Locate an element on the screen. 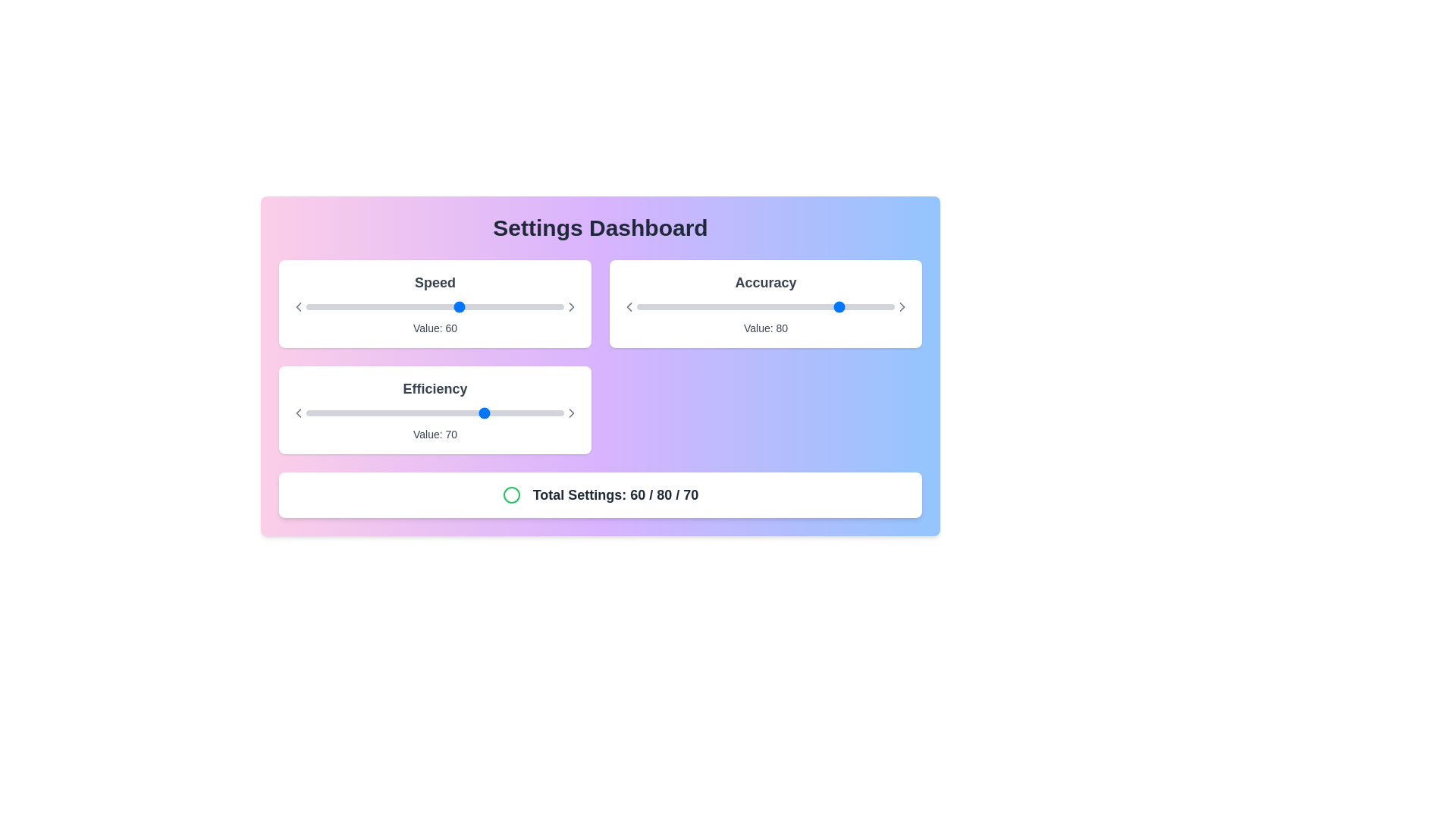  the text label displaying 'Value: 60' located below the slider in the 'Speed' control card within the 'Settings Dashboard' is located at coordinates (435, 327).